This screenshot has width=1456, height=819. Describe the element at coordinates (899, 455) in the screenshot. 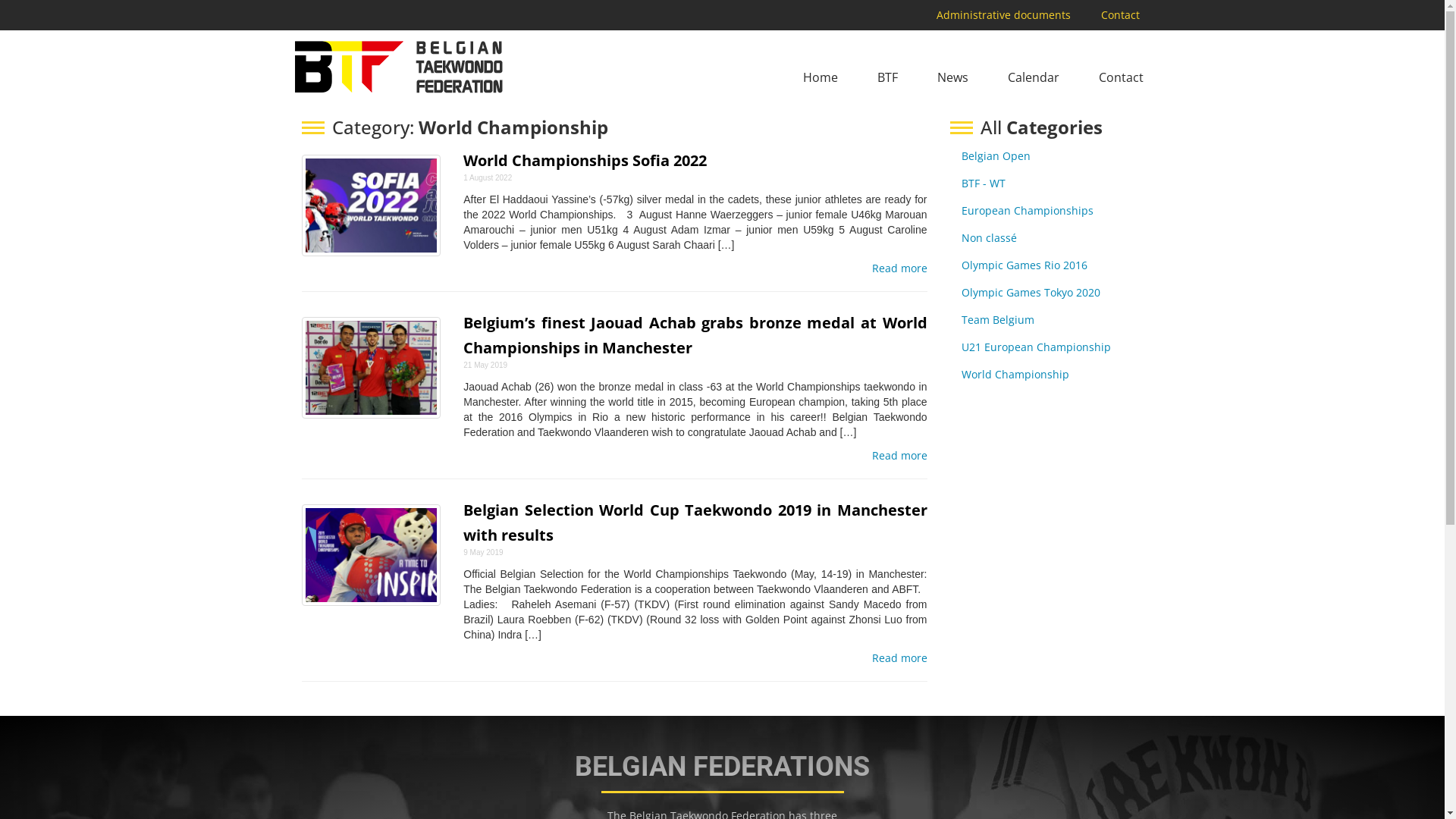

I see `'Read more'` at that location.